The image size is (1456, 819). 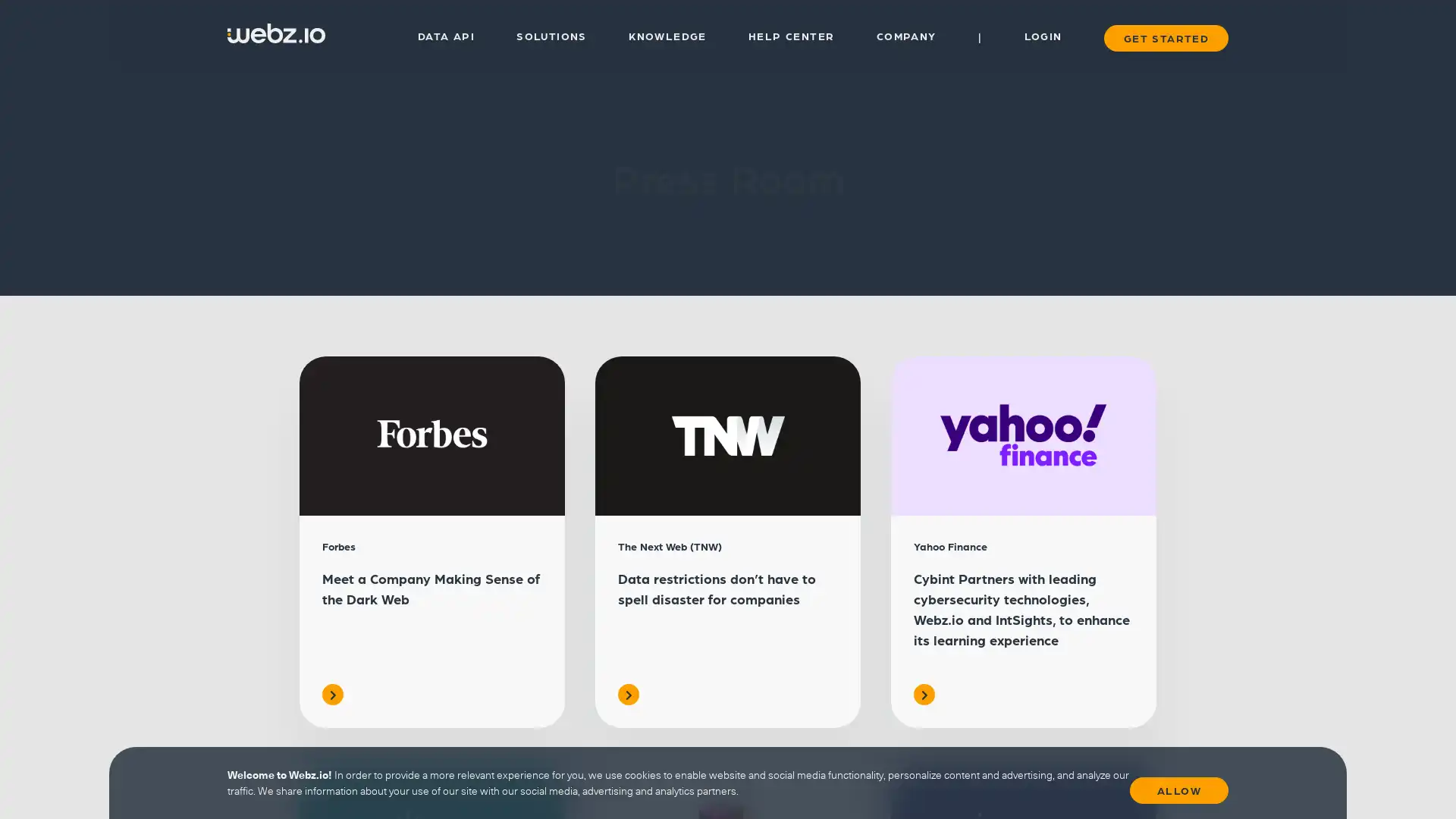 What do you see at coordinates (1178, 786) in the screenshot?
I see `ALLOW` at bounding box center [1178, 786].